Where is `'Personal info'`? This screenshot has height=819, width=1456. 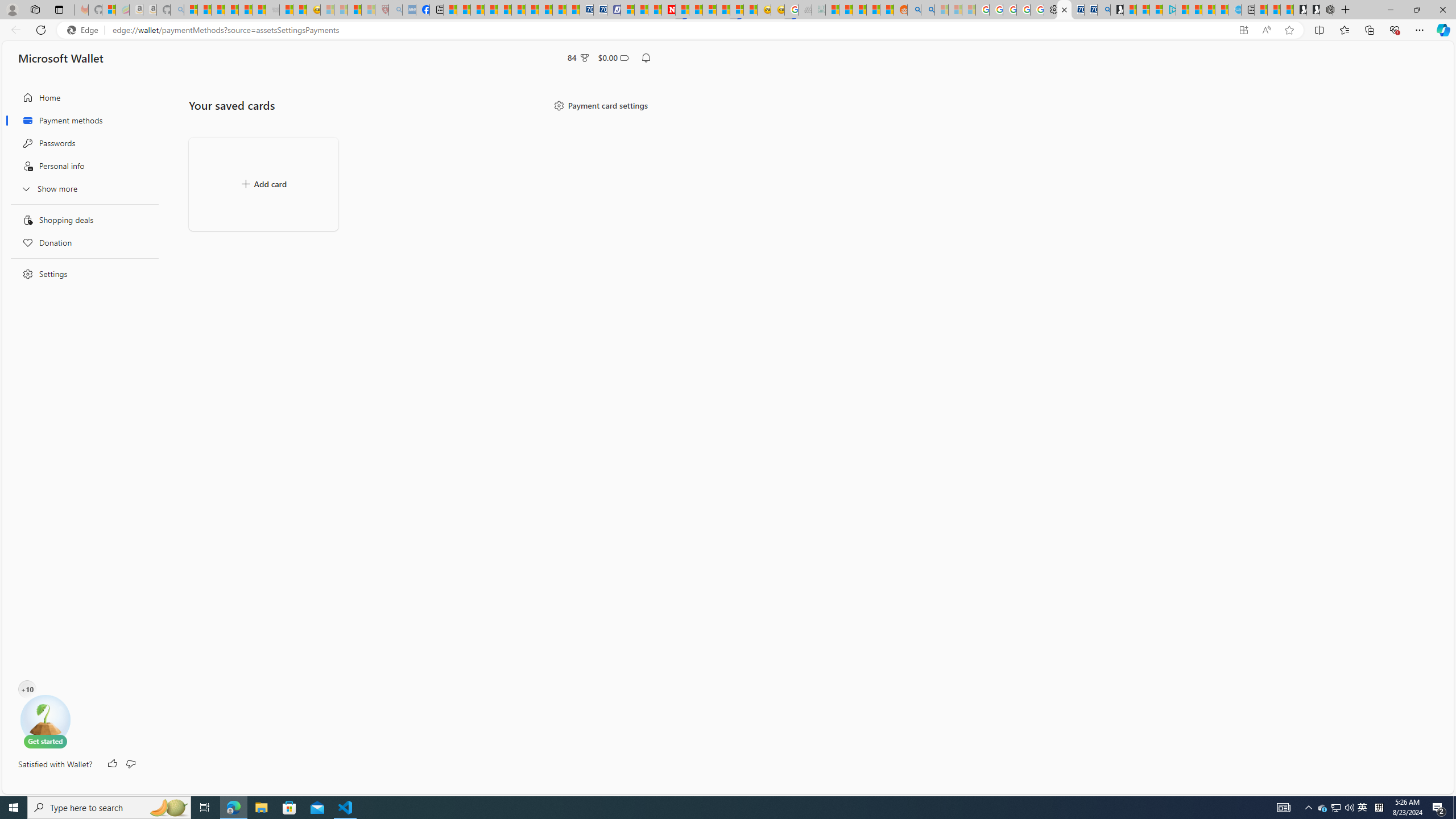
'Personal info' is located at coordinates (81, 166).